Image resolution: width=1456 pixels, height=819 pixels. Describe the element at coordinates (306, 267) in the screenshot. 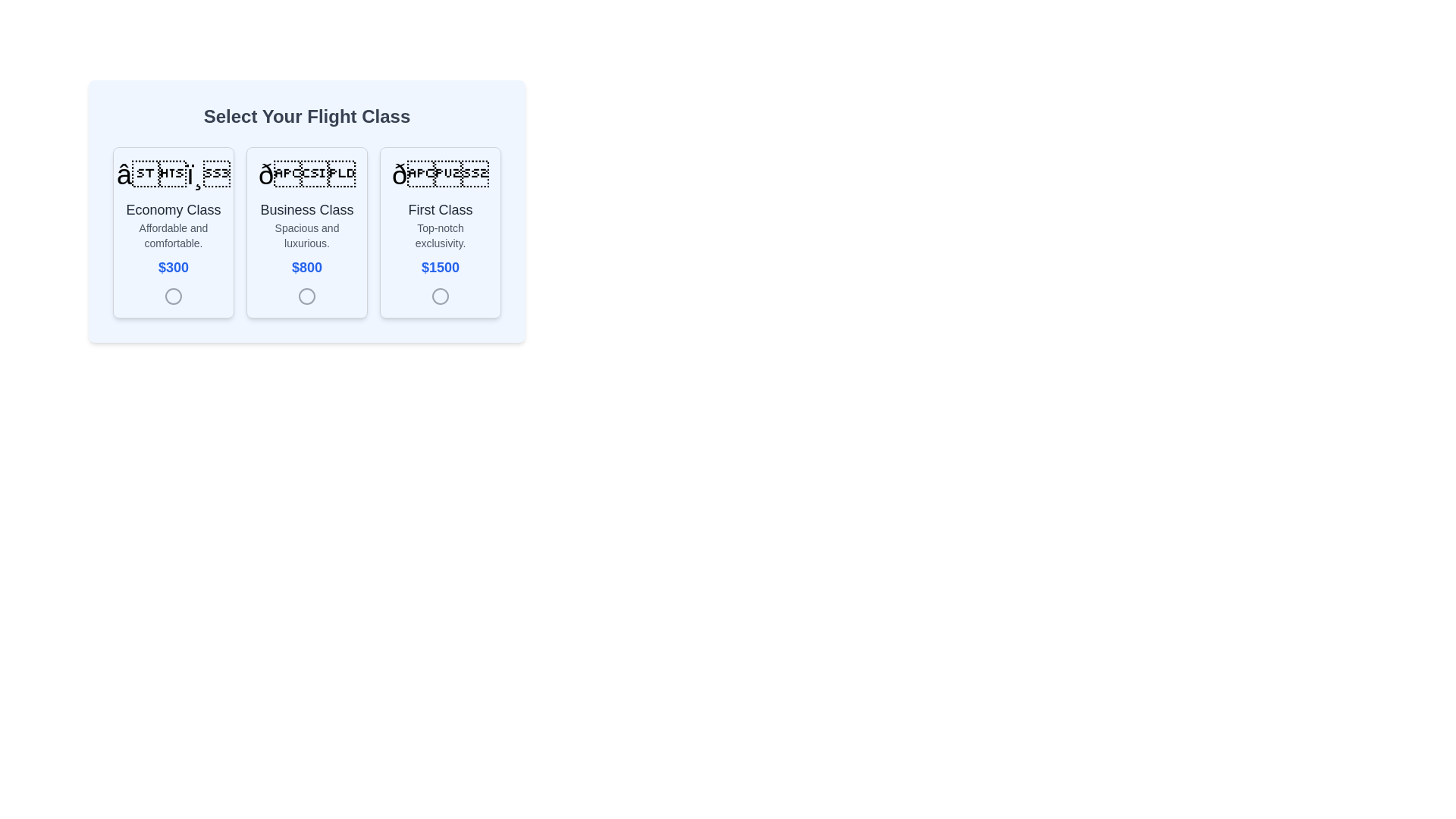

I see `the Text Label displaying the cost of the 'Business Class' option located in the center of the 'Business Class' card, below the description 'Spacious and luxurious.'` at that location.